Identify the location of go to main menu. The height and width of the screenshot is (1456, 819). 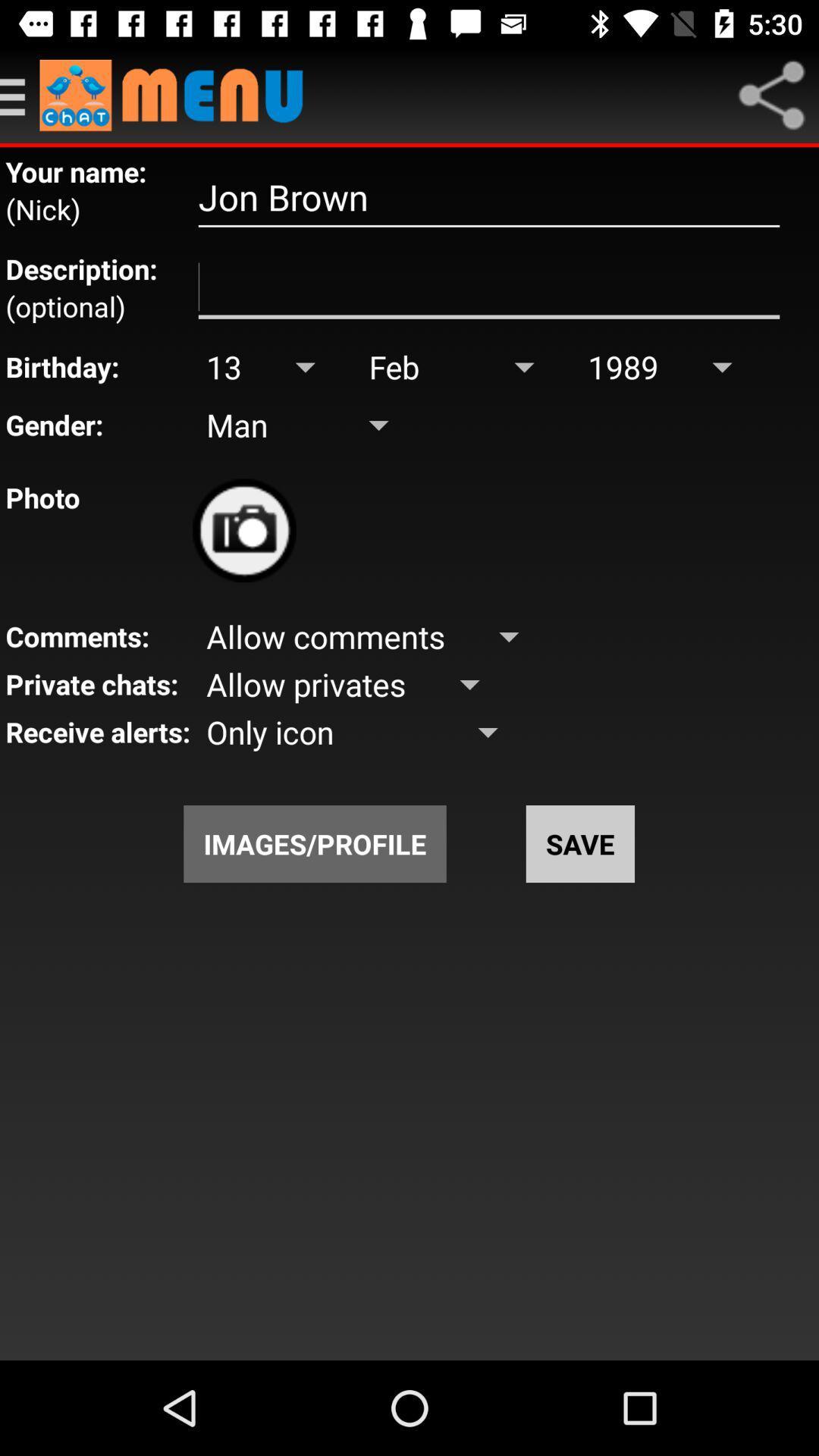
(178, 94).